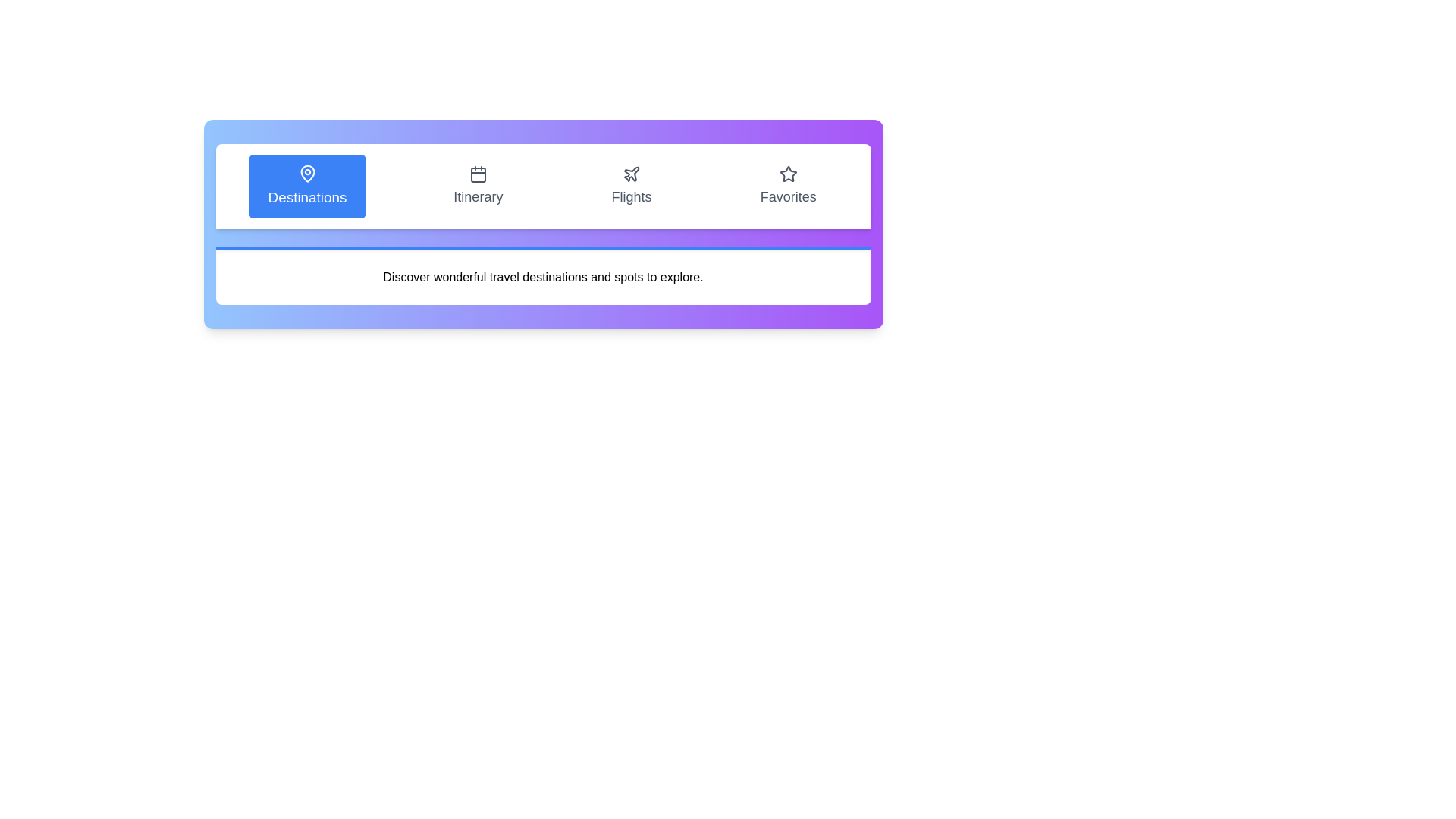  What do you see at coordinates (788, 186) in the screenshot?
I see `the Favorites tab to observe visual feedback` at bounding box center [788, 186].